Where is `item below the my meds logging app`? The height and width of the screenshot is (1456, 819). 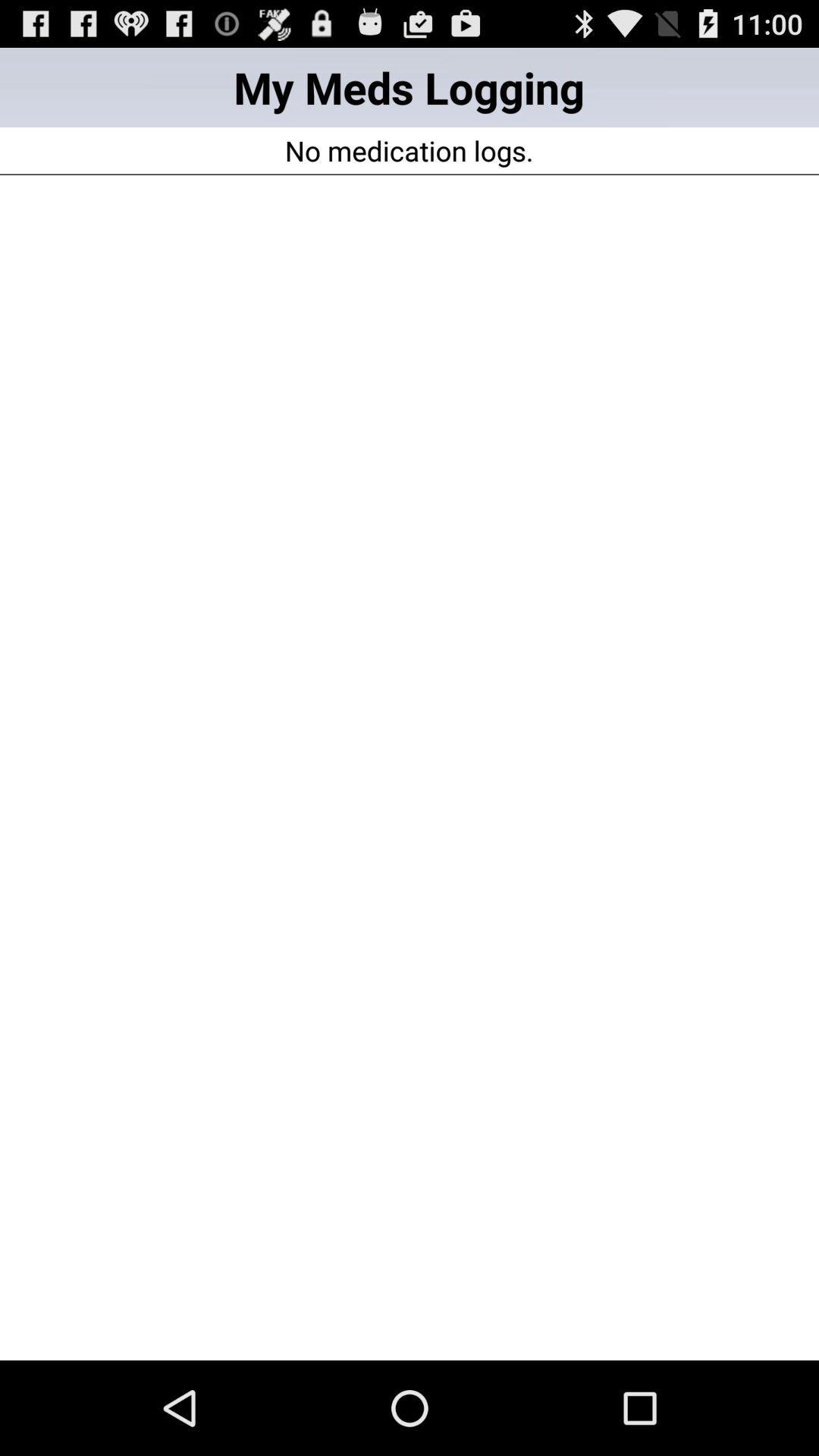
item below the my meds logging app is located at coordinates (408, 150).